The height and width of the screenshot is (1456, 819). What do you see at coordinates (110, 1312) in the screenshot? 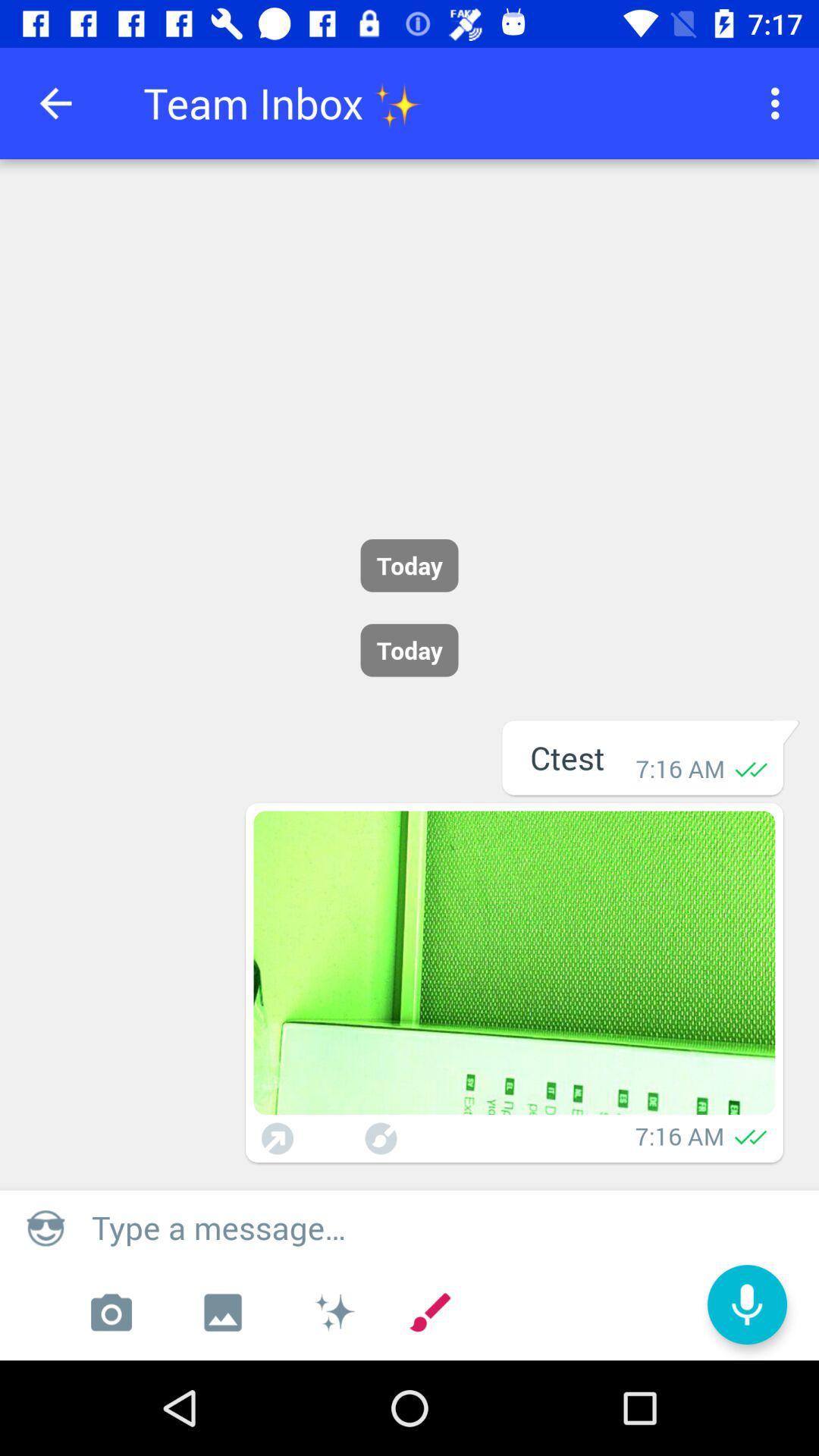
I see `the photo icon` at bounding box center [110, 1312].